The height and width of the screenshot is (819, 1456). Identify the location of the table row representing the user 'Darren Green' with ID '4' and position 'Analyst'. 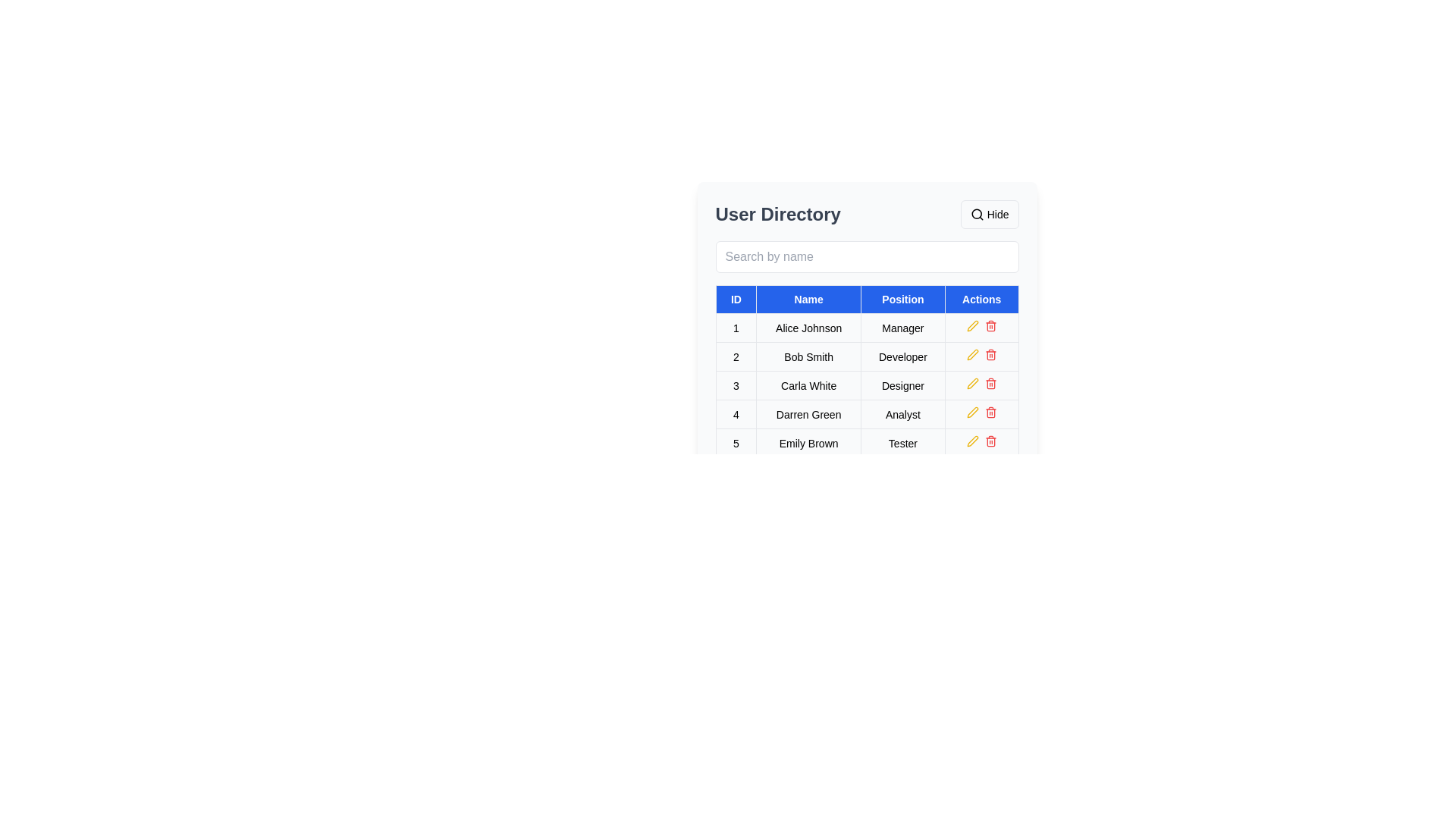
(867, 414).